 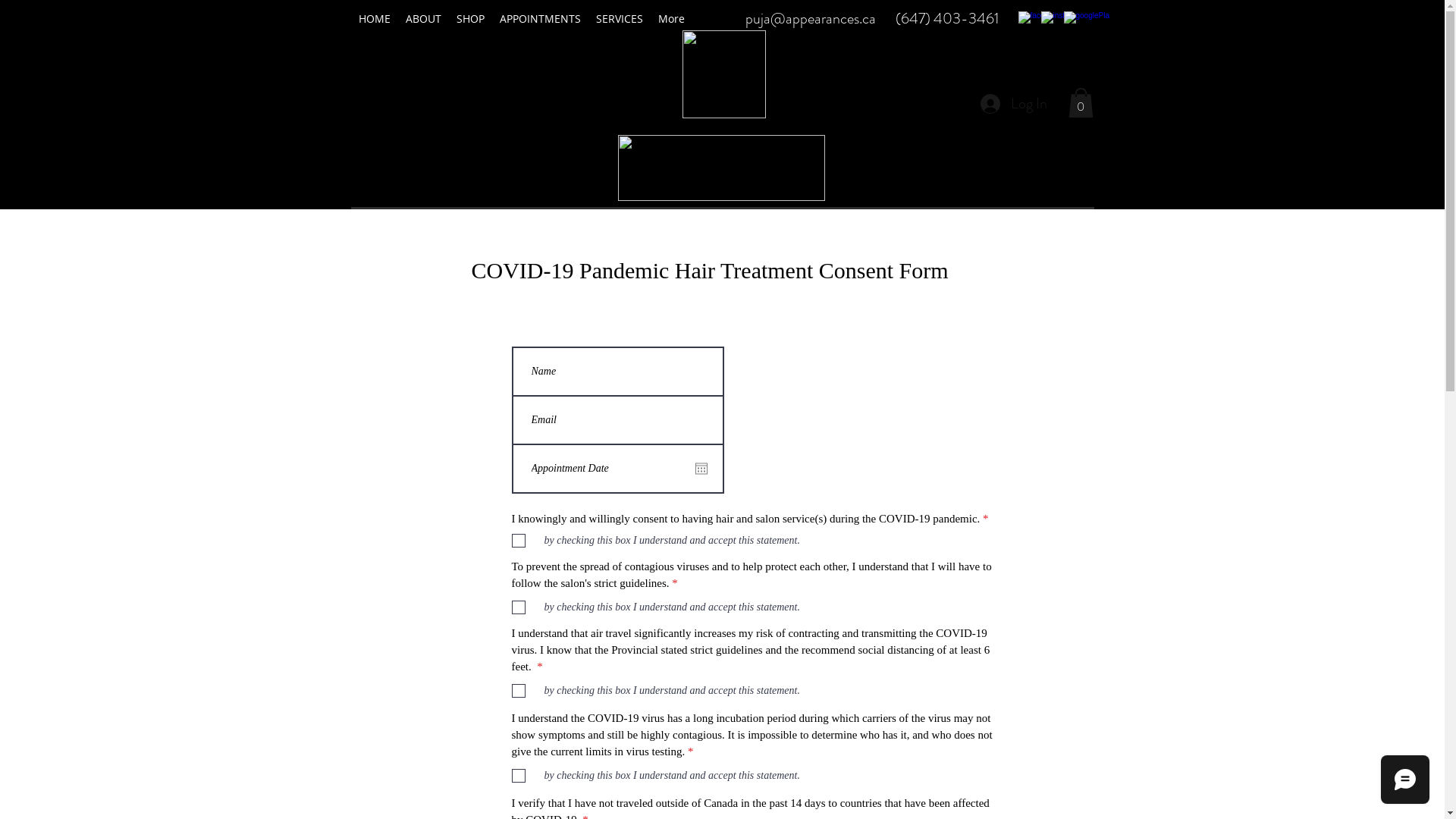 I want to click on 'ABOUT', so click(x=422, y=18).